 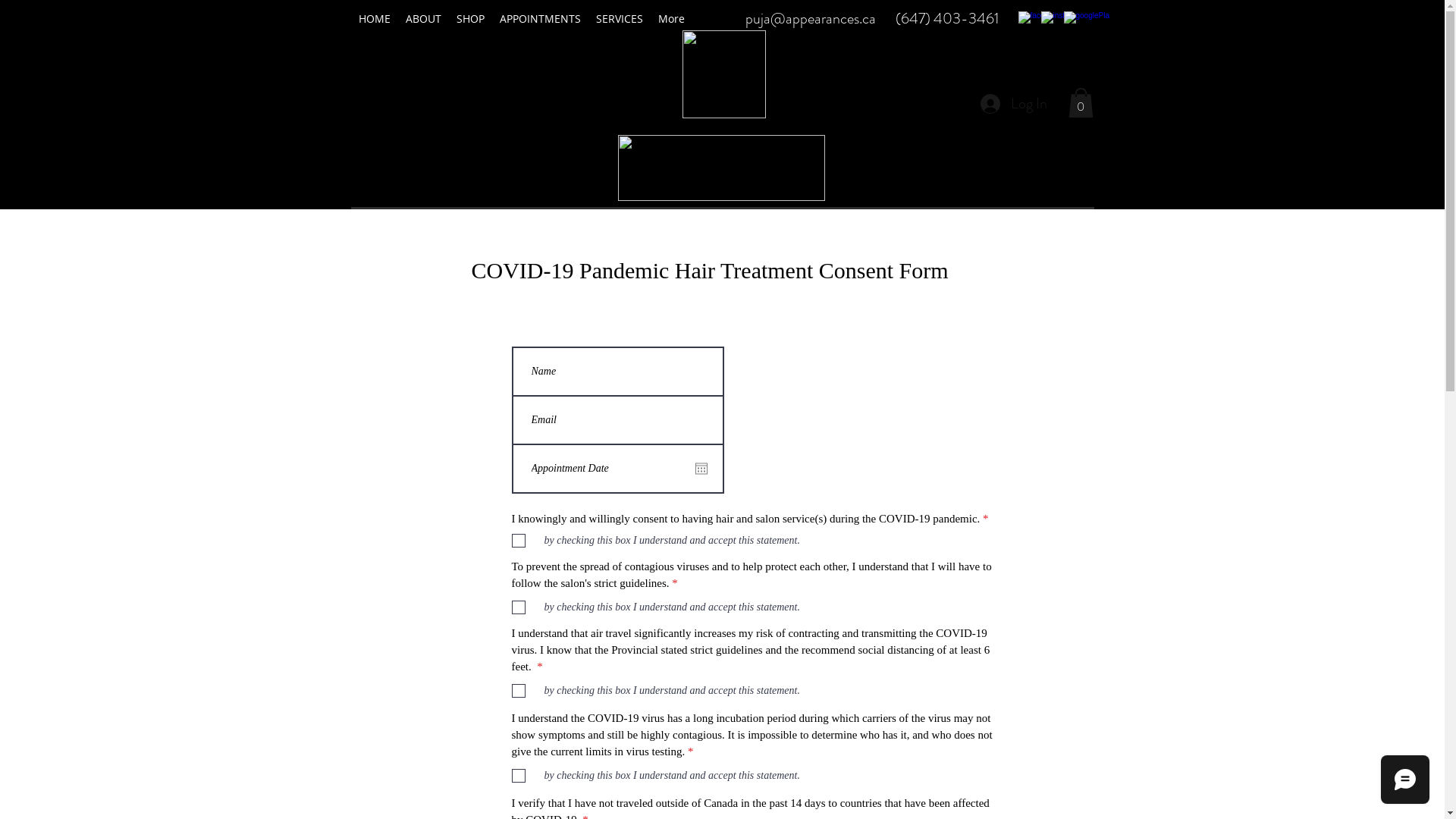 I want to click on 'ABOUT', so click(x=422, y=18).